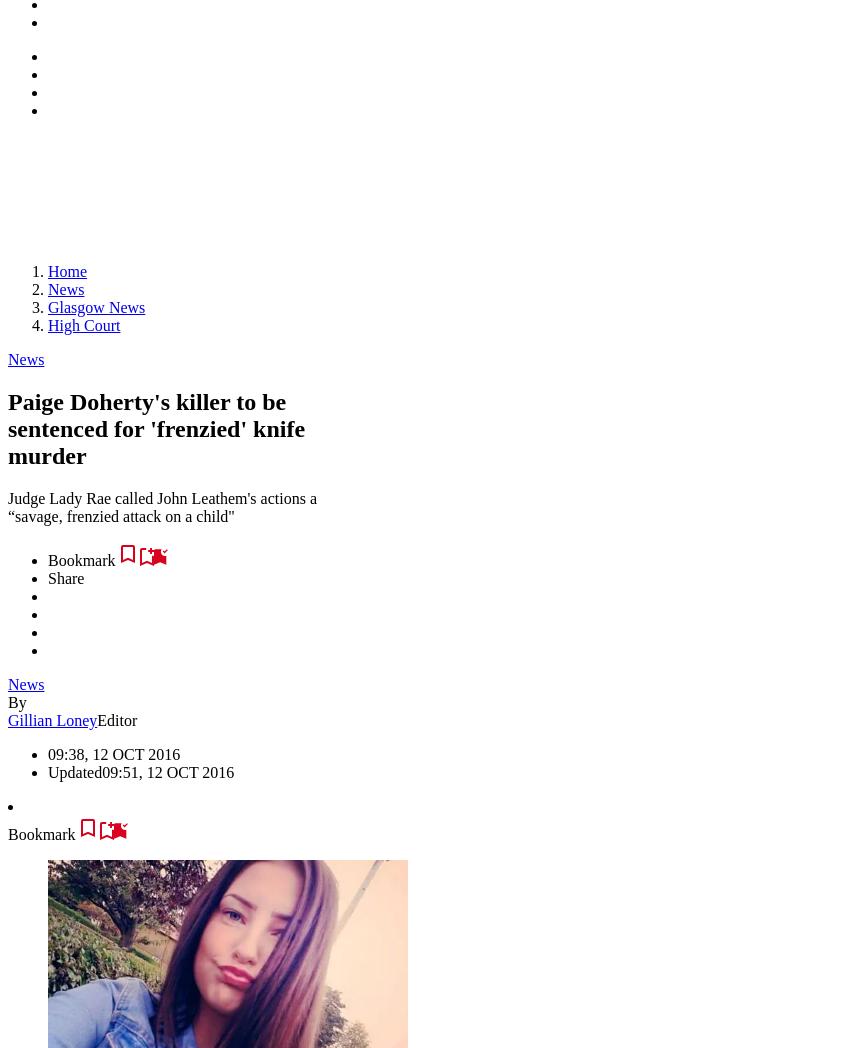 This screenshot has height=1048, width=858. Describe the element at coordinates (66, 270) in the screenshot. I see `'Home'` at that location.